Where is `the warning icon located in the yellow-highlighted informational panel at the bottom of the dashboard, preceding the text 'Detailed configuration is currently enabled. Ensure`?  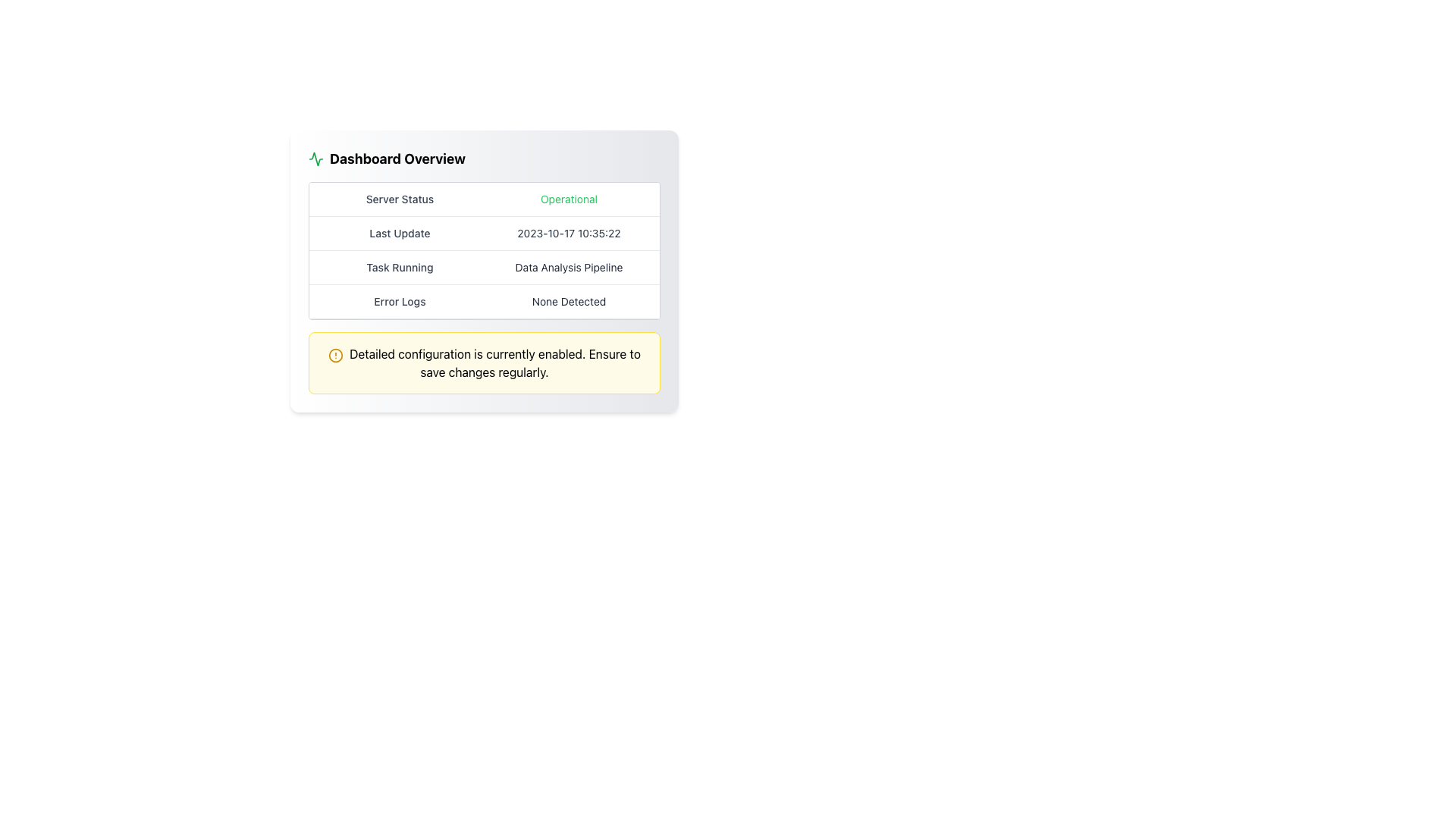
the warning icon located in the yellow-highlighted informational panel at the bottom of the dashboard, preceding the text 'Detailed configuration is currently enabled. Ensure is located at coordinates (334, 355).